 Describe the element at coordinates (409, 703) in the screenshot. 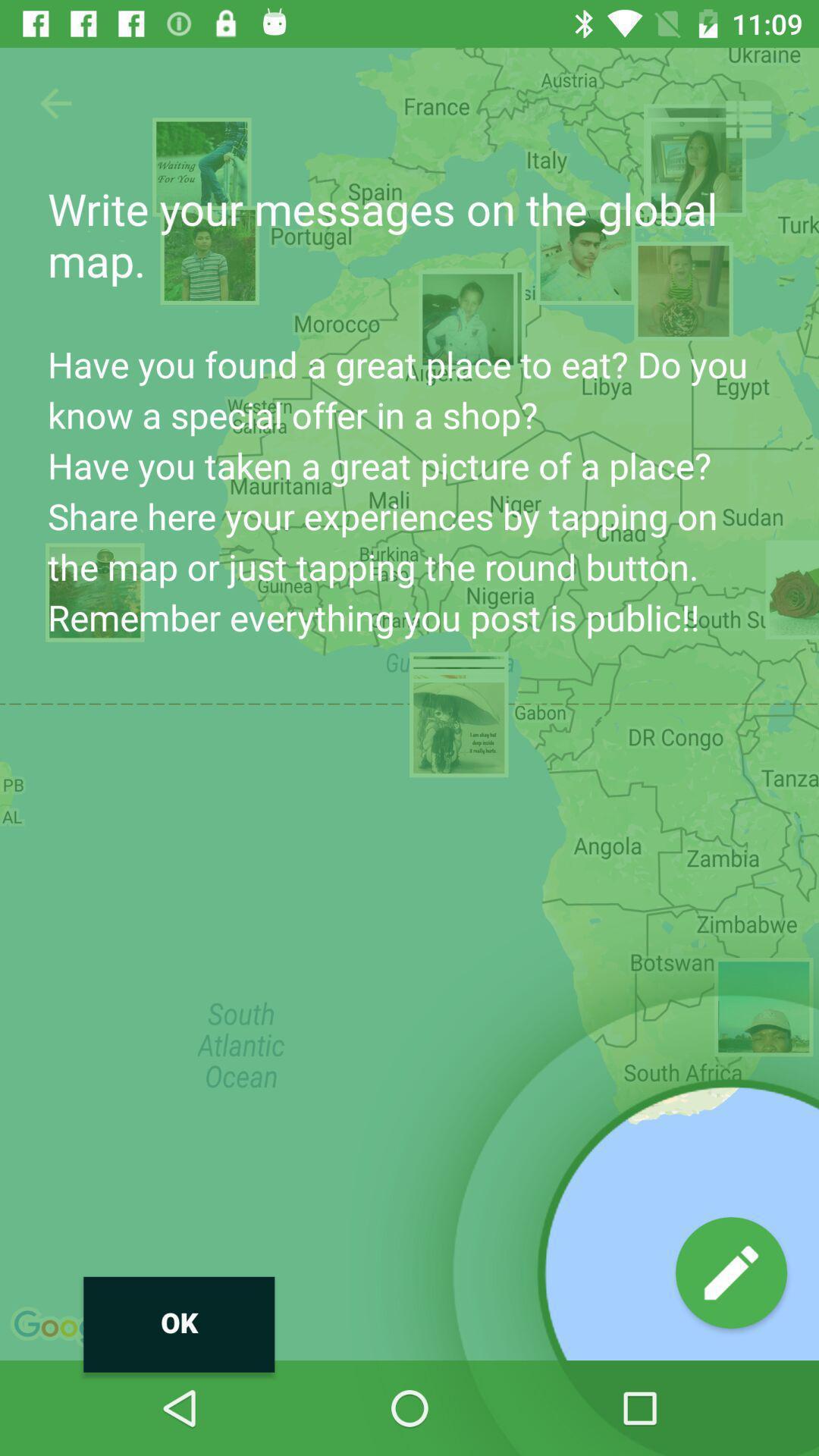

I see `icon at the center` at that location.